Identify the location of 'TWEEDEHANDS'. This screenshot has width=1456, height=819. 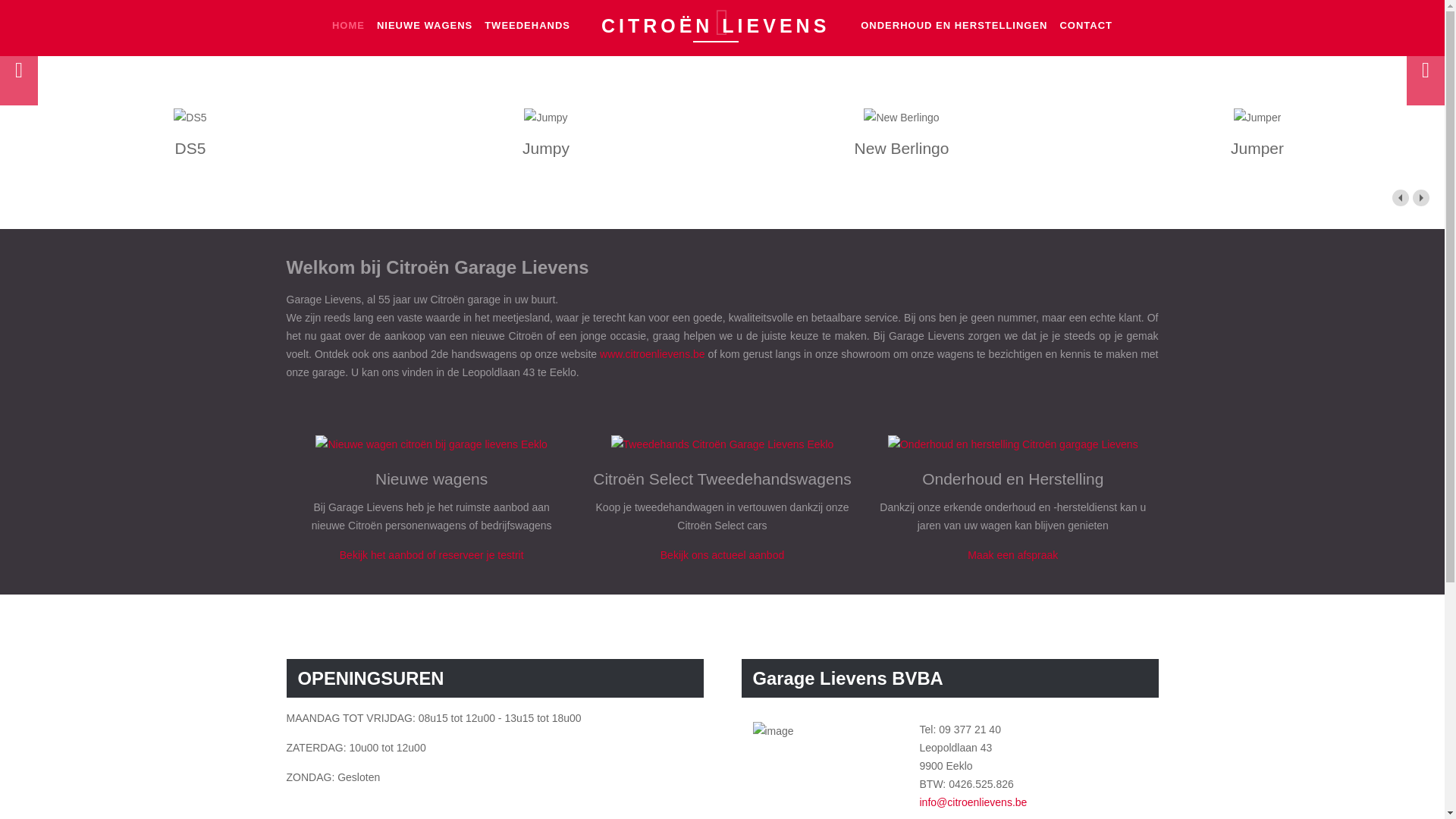
(527, 25).